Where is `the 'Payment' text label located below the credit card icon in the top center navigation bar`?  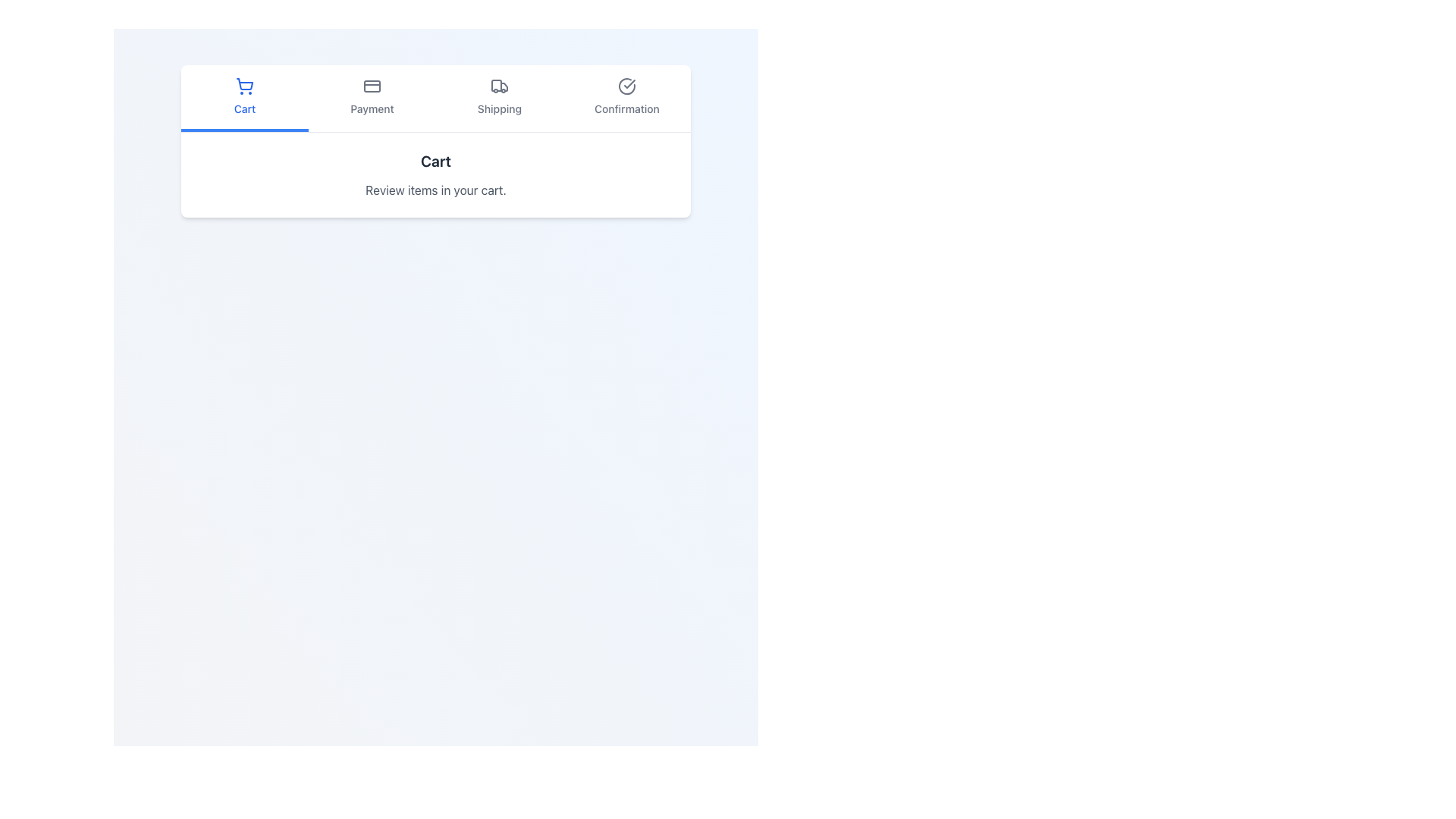 the 'Payment' text label located below the credit card icon in the top center navigation bar is located at coordinates (372, 108).